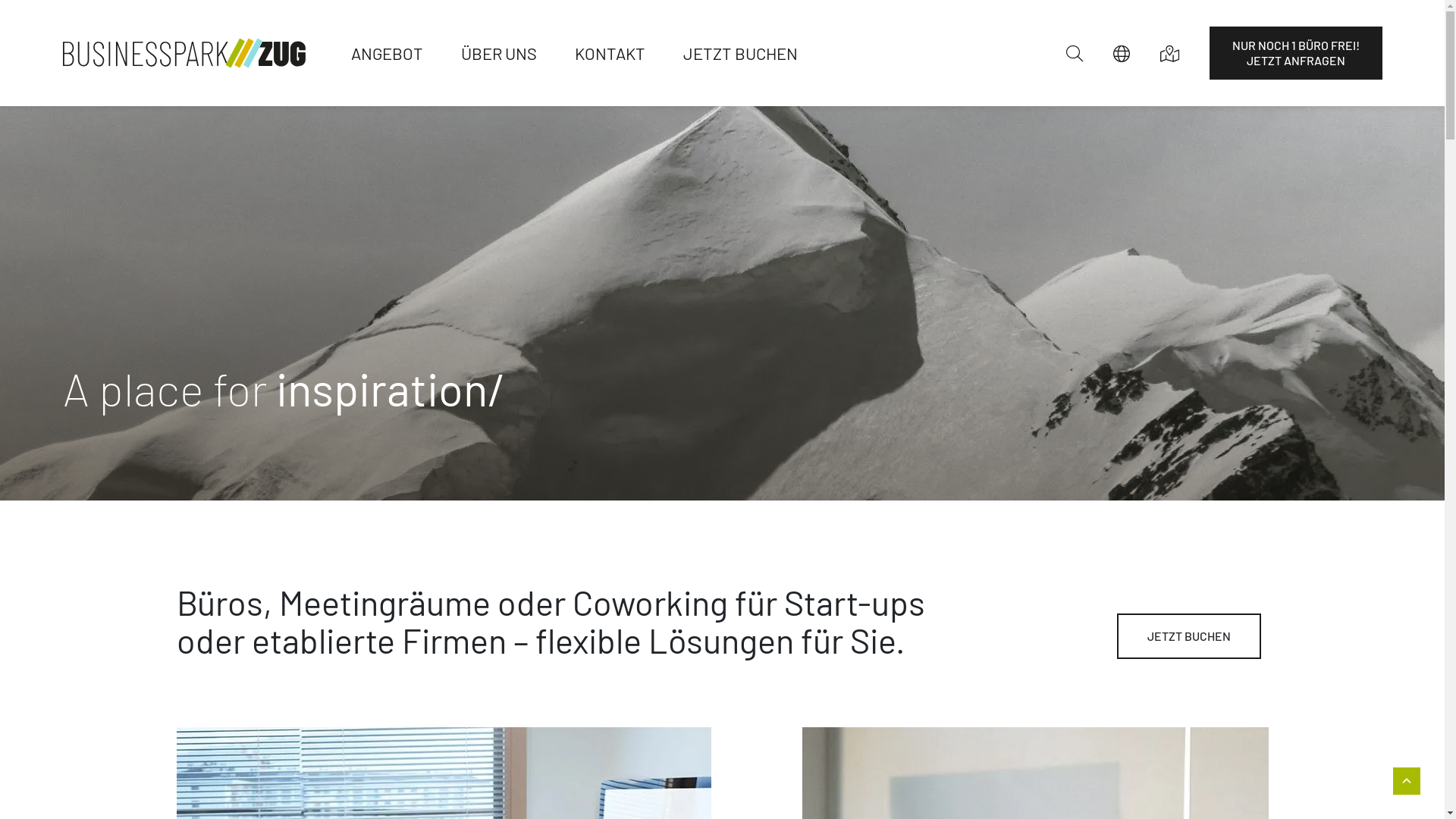 The height and width of the screenshot is (819, 1456). Describe the element at coordinates (1121, 52) in the screenshot. I see `'Sprachauswahl'` at that location.